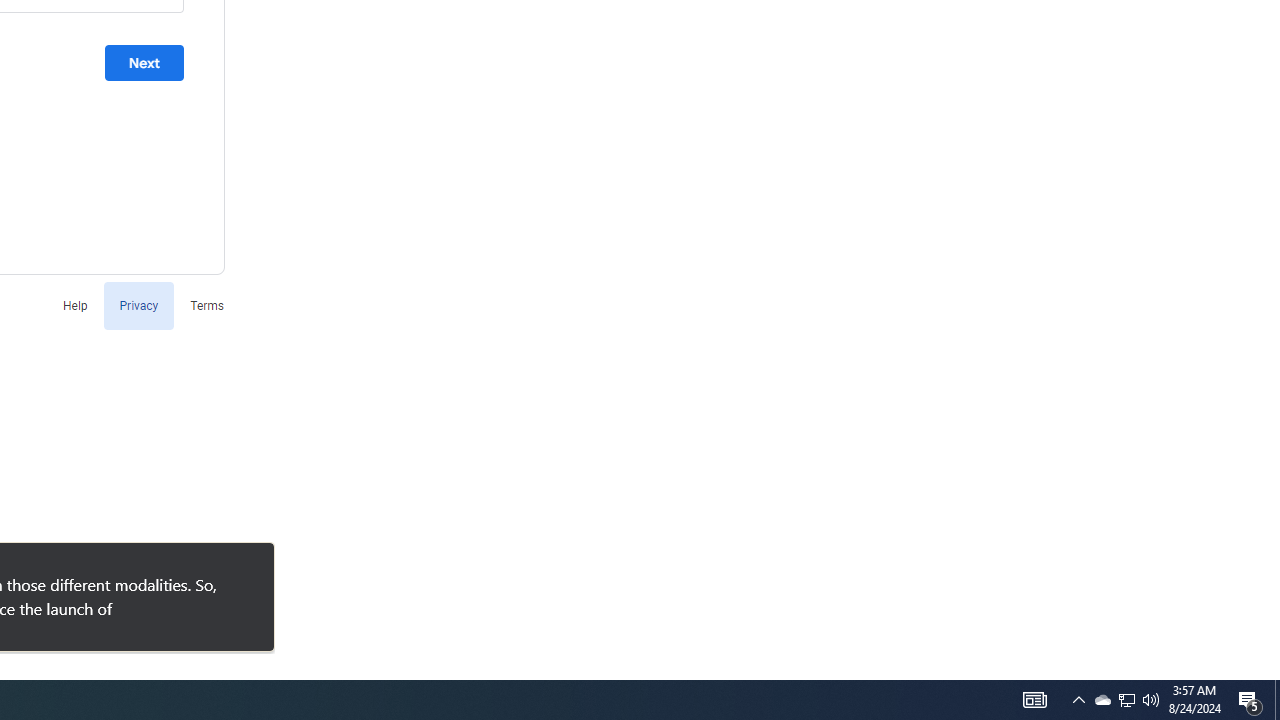  Describe the element at coordinates (143, 62) in the screenshot. I see `'Next'` at that location.